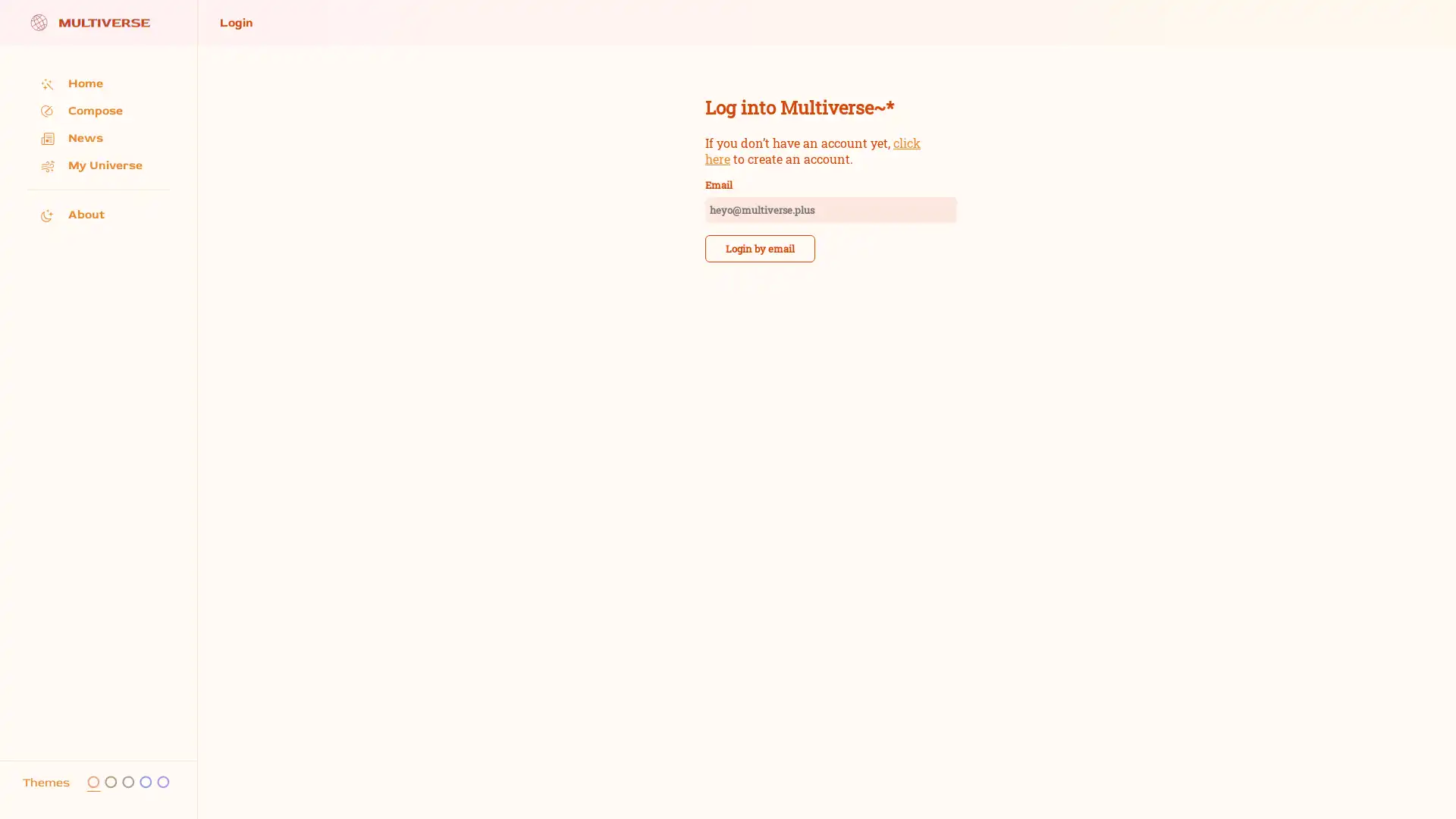  What do you see at coordinates (760, 247) in the screenshot?
I see `Login by email` at bounding box center [760, 247].